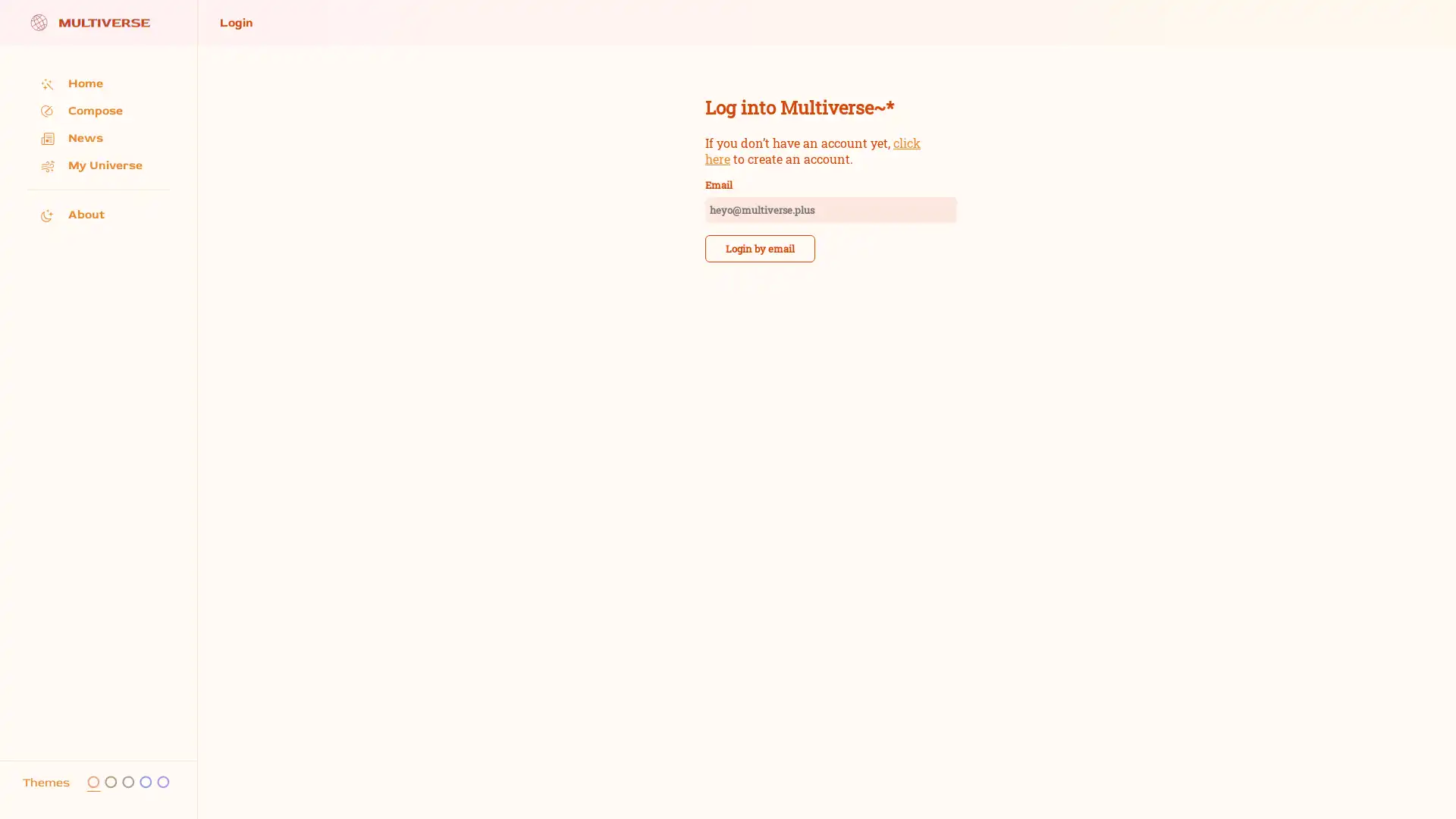  What do you see at coordinates (760, 247) in the screenshot?
I see `Login by email` at bounding box center [760, 247].